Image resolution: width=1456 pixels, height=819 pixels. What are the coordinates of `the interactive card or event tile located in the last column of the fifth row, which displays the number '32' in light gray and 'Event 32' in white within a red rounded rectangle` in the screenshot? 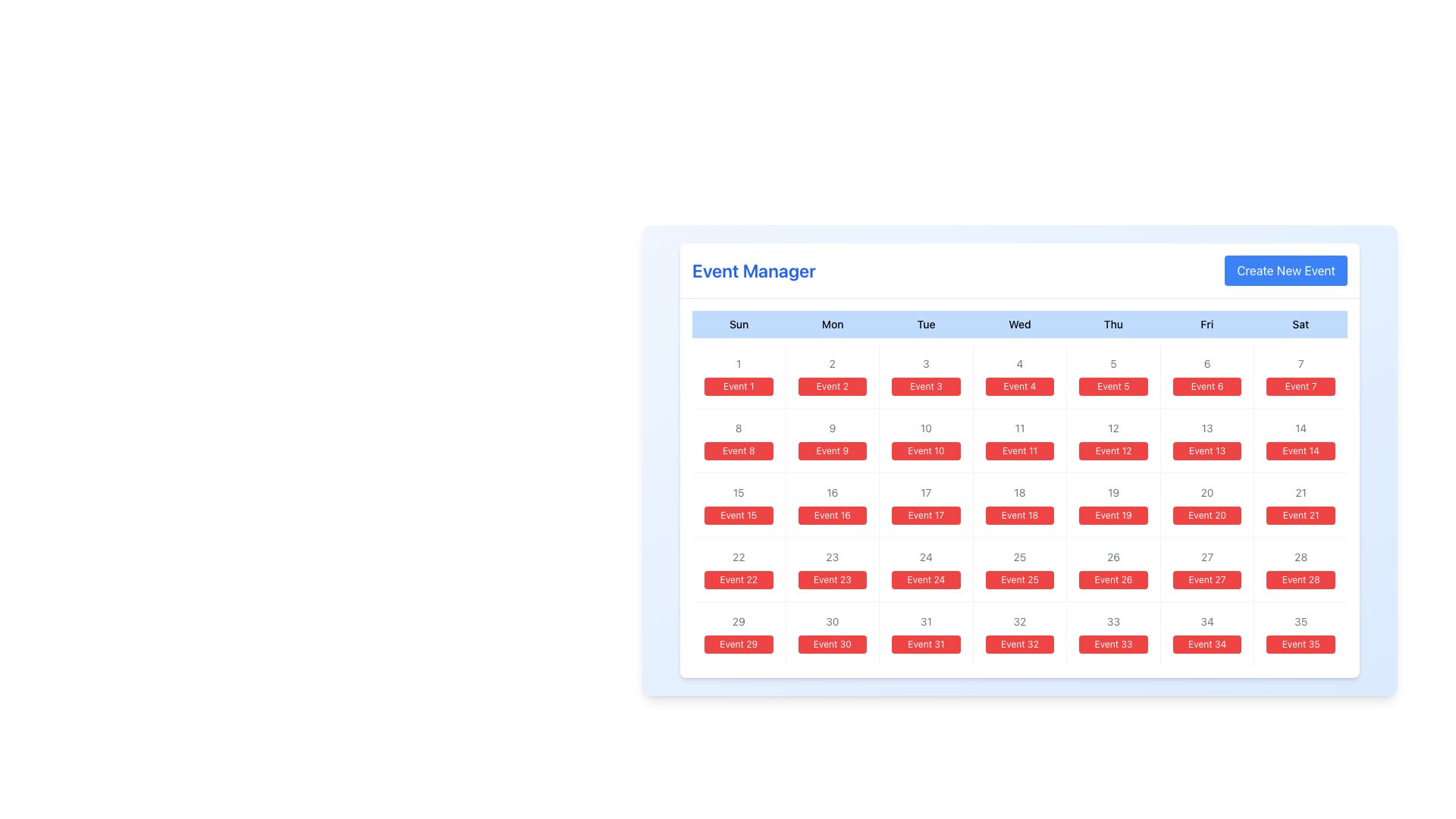 It's located at (1019, 634).